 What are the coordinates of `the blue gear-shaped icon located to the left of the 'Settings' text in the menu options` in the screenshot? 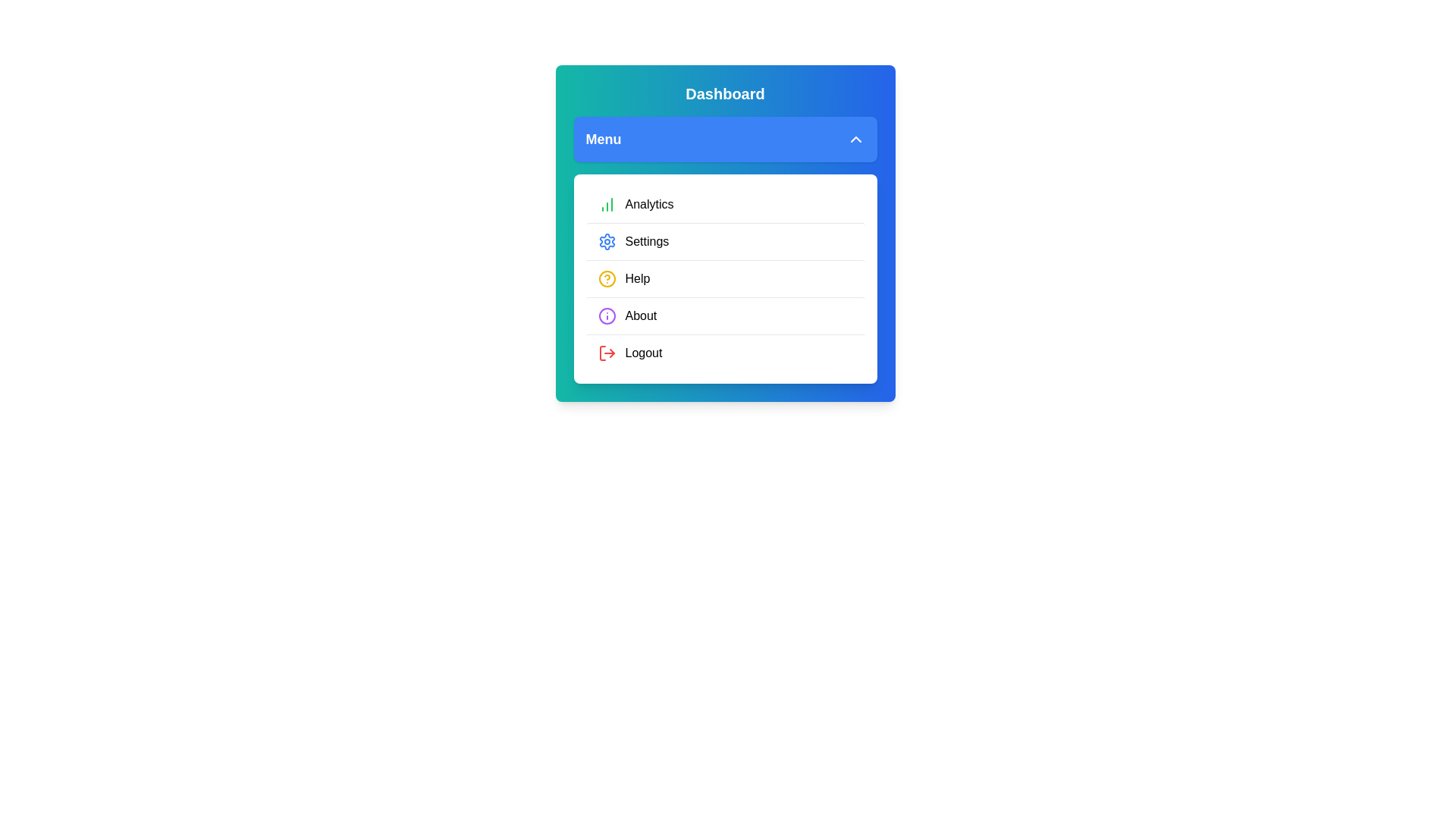 It's located at (607, 241).